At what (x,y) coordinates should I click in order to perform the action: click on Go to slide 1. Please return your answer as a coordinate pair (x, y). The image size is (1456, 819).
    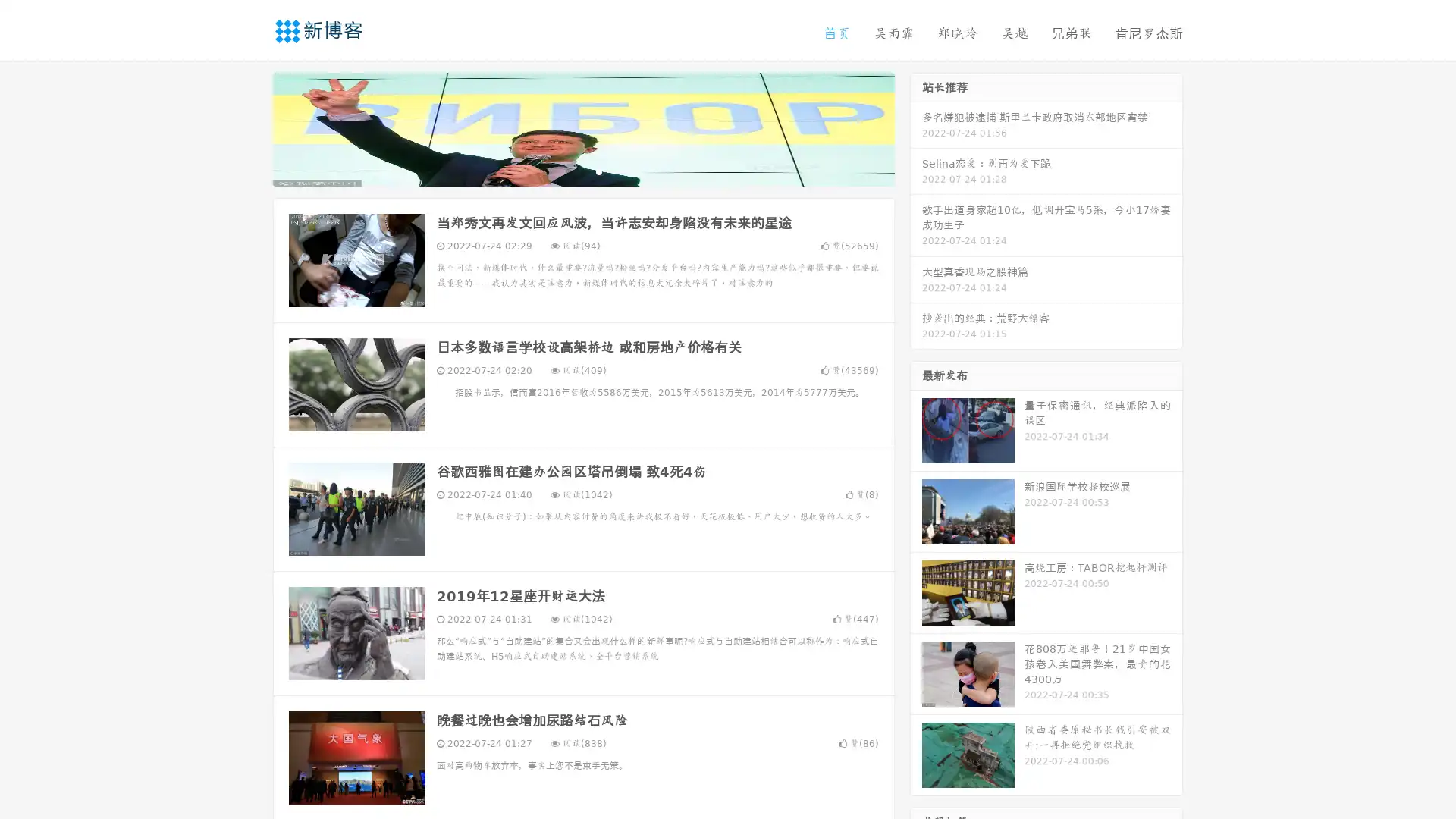
    Looking at the image, I should click on (567, 171).